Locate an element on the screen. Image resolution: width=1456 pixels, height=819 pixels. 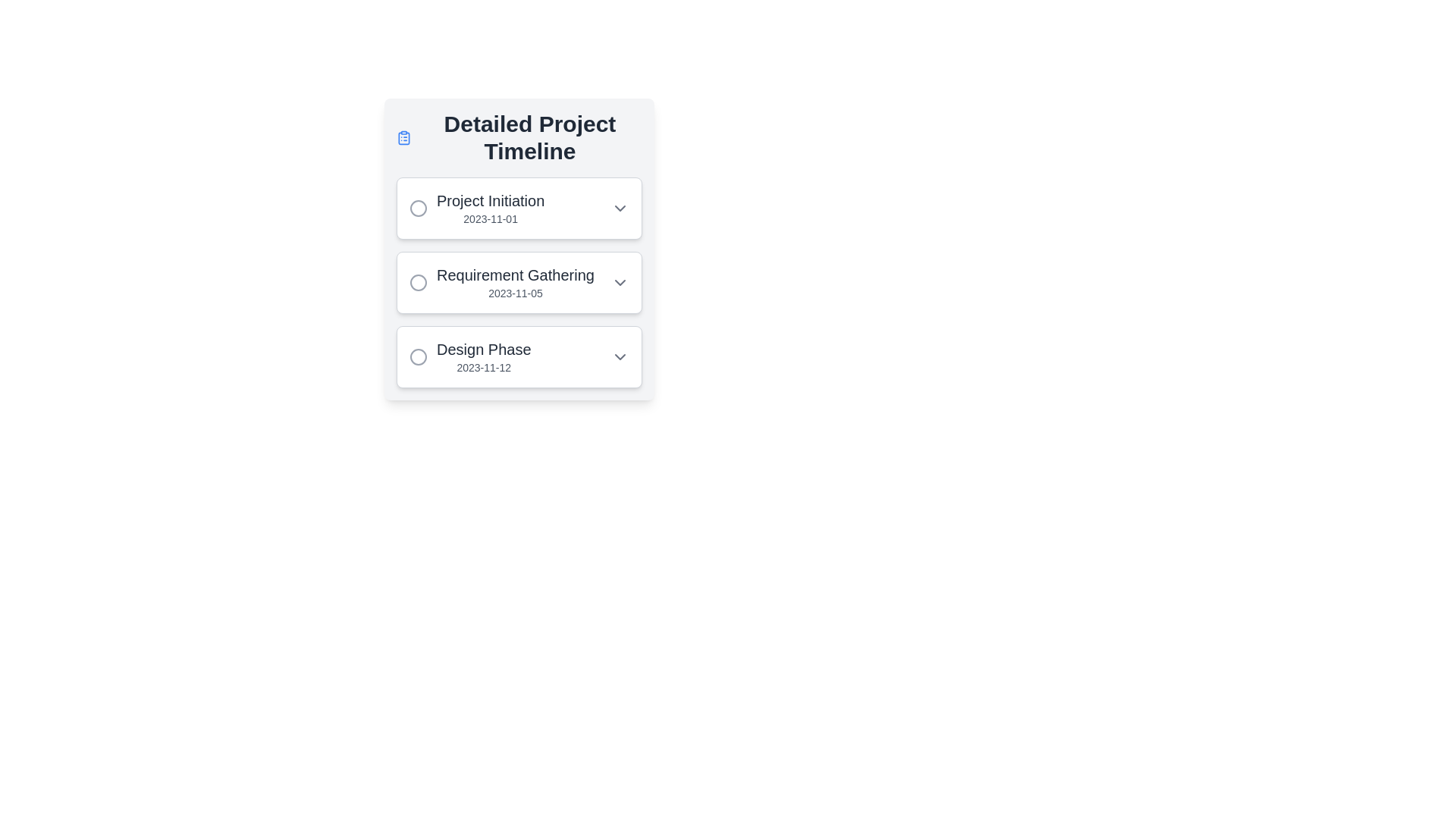
the Icon (Circle) that serves as a graphic indicator for the 'Requirement Gathering' item, located within the second list entry under 'Detailed Project Timeline' is located at coordinates (419, 283).